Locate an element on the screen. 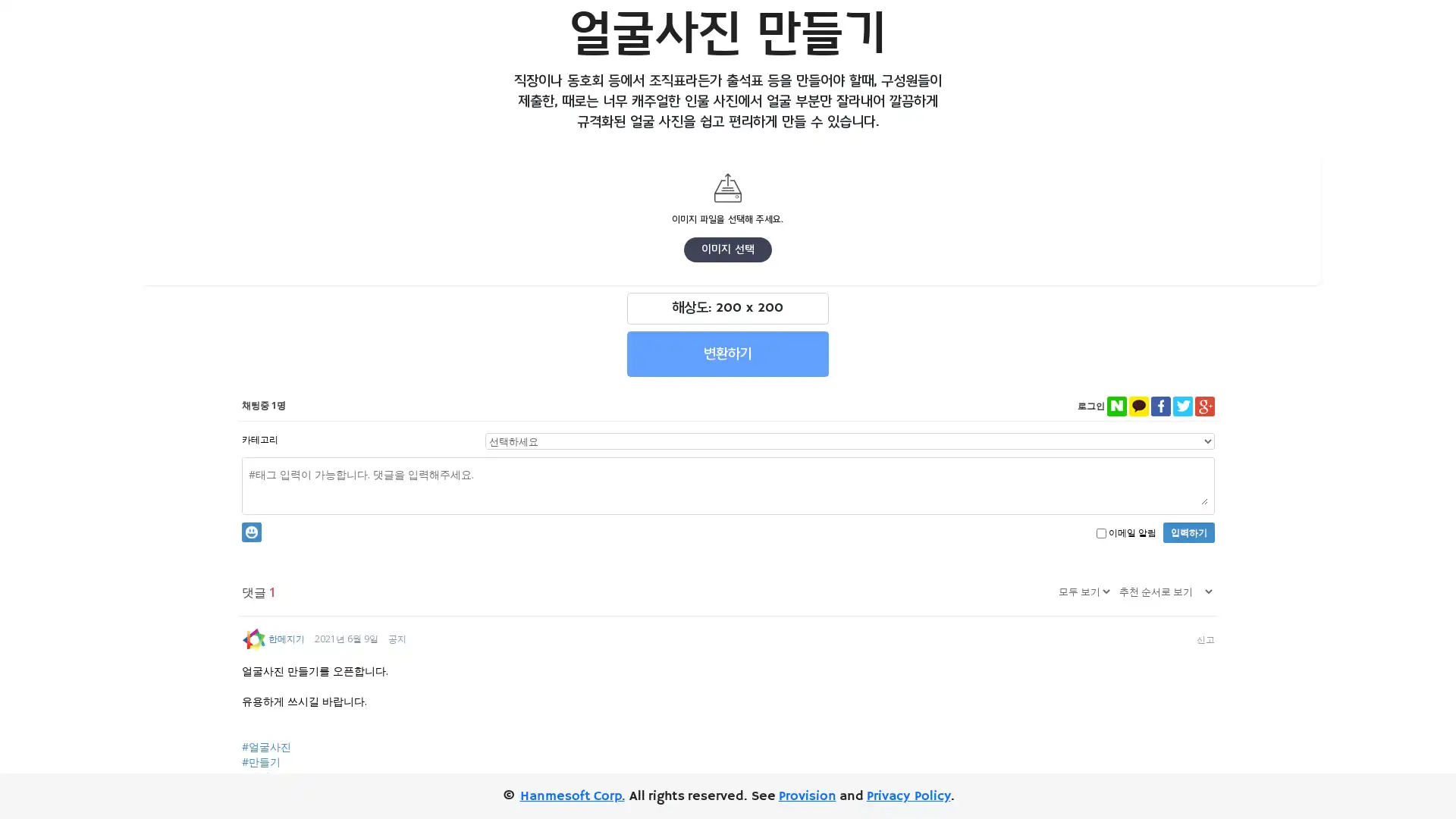 The width and height of the screenshot is (1456, 819). Choose Files is located at coordinates (619, 218).